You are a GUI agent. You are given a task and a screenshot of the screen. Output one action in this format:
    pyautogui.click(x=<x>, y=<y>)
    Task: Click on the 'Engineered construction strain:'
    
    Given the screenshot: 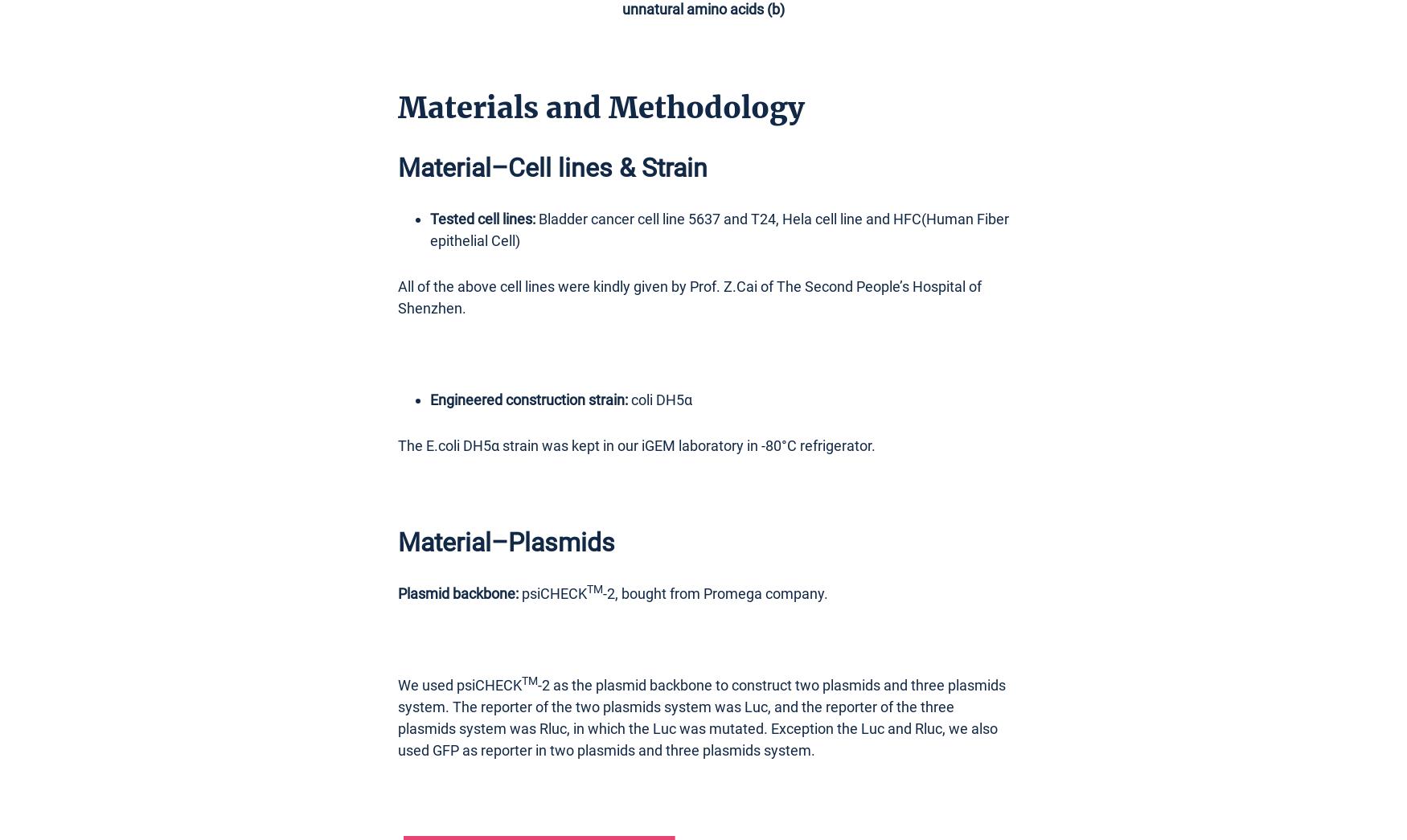 What is the action you would take?
    pyautogui.click(x=429, y=398)
    